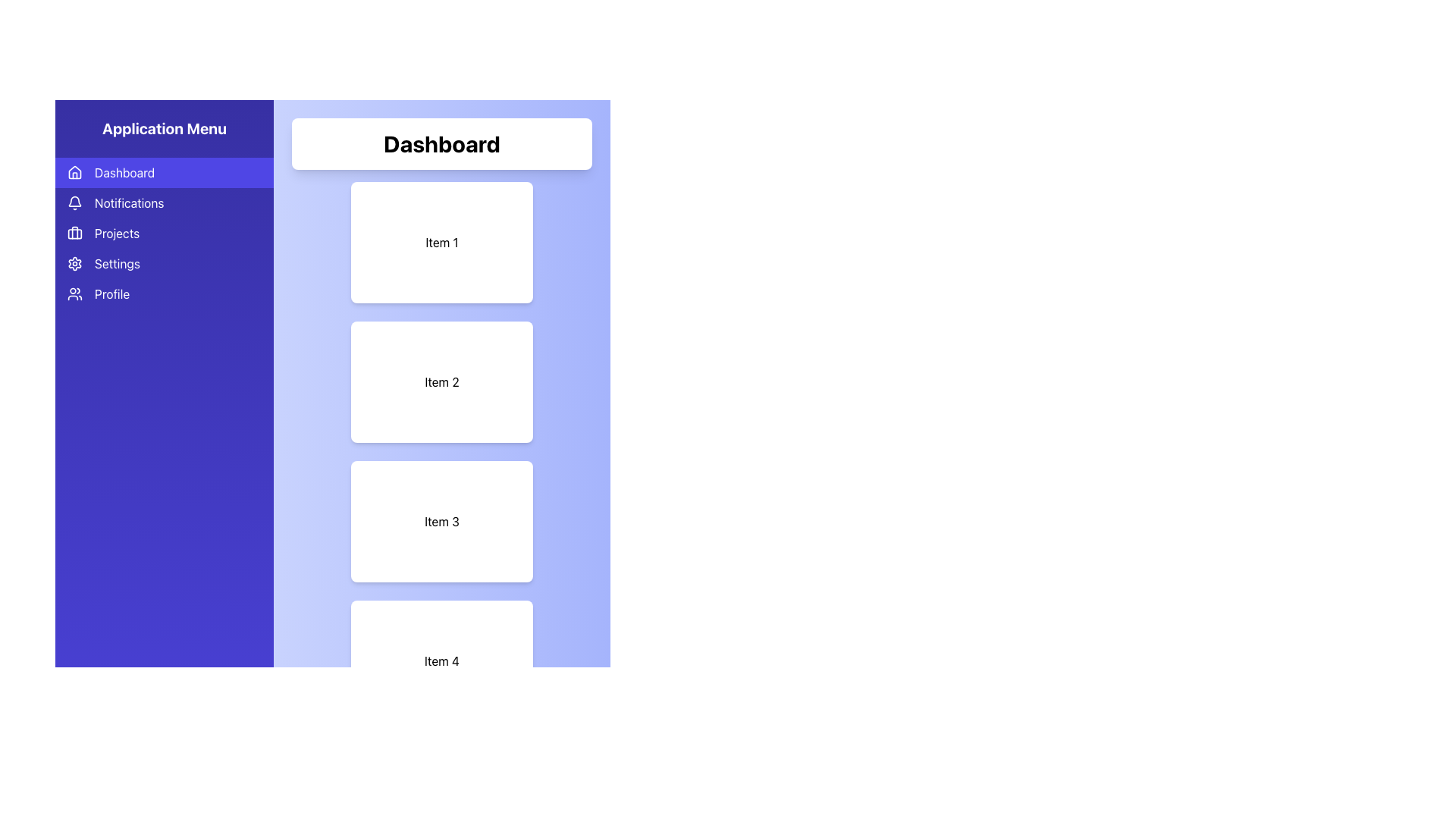 The image size is (1456, 819). What do you see at coordinates (74, 262) in the screenshot?
I see `the gear icon located in the middle of the vertical menu panel` at bounding box center [74, 262].